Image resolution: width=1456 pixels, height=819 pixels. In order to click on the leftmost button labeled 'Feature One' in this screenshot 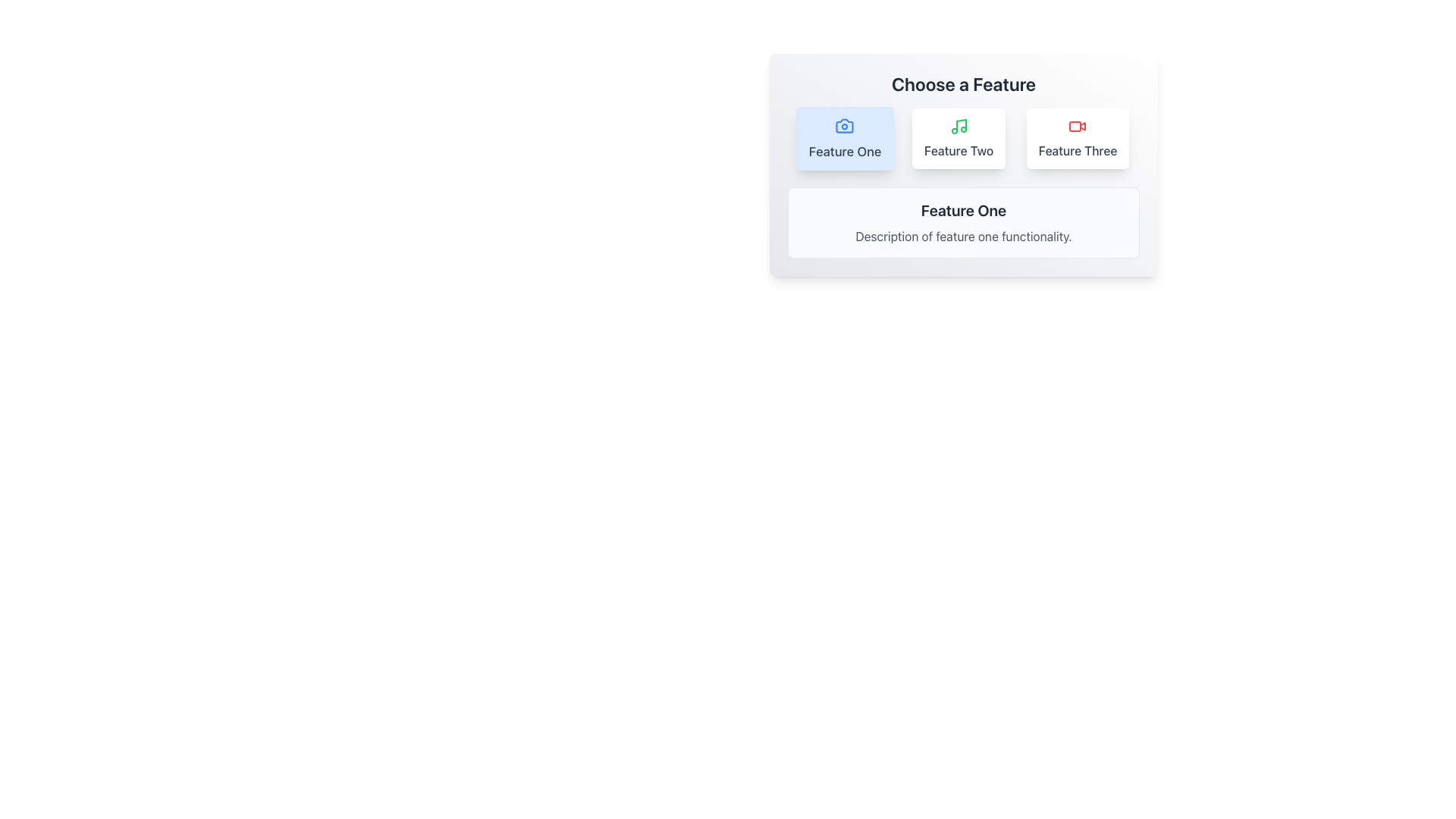, I will do `click(844, 138)`.